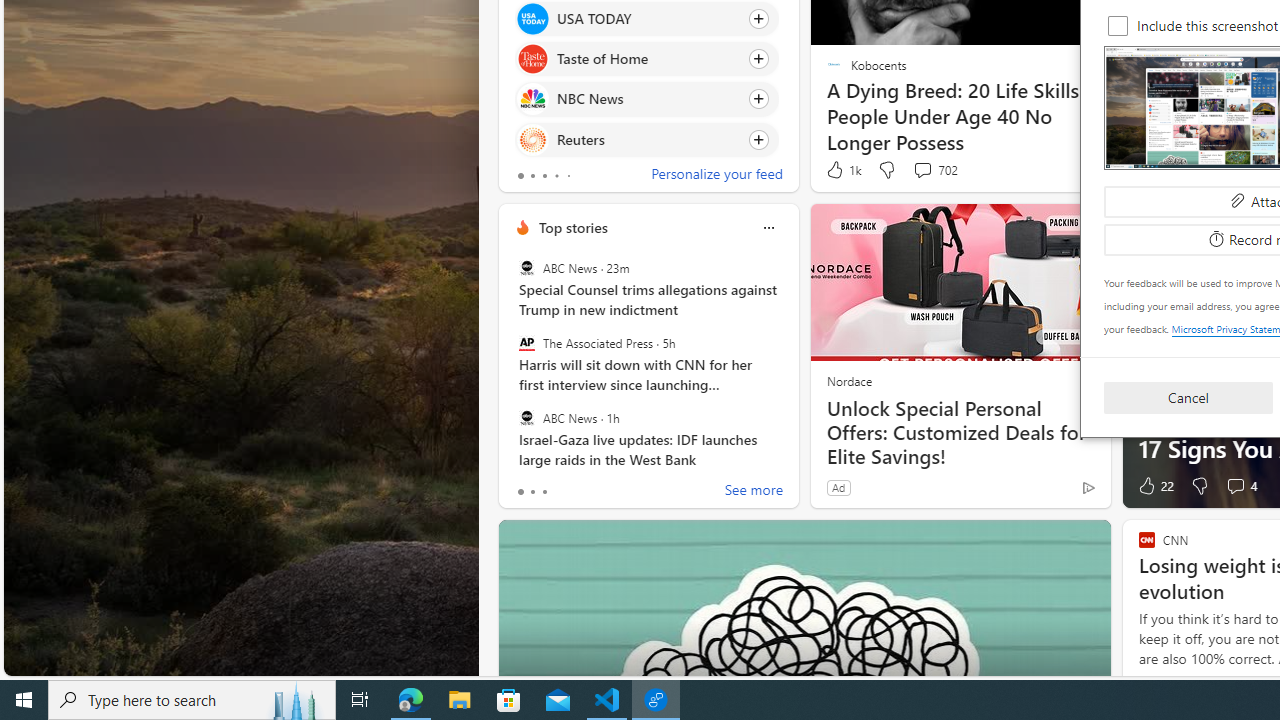 This screenshot has width=1280, height=720. Describe the element at coordinates (767, 227) in the screenshot. I see `'Class: icon-img'` at that location.